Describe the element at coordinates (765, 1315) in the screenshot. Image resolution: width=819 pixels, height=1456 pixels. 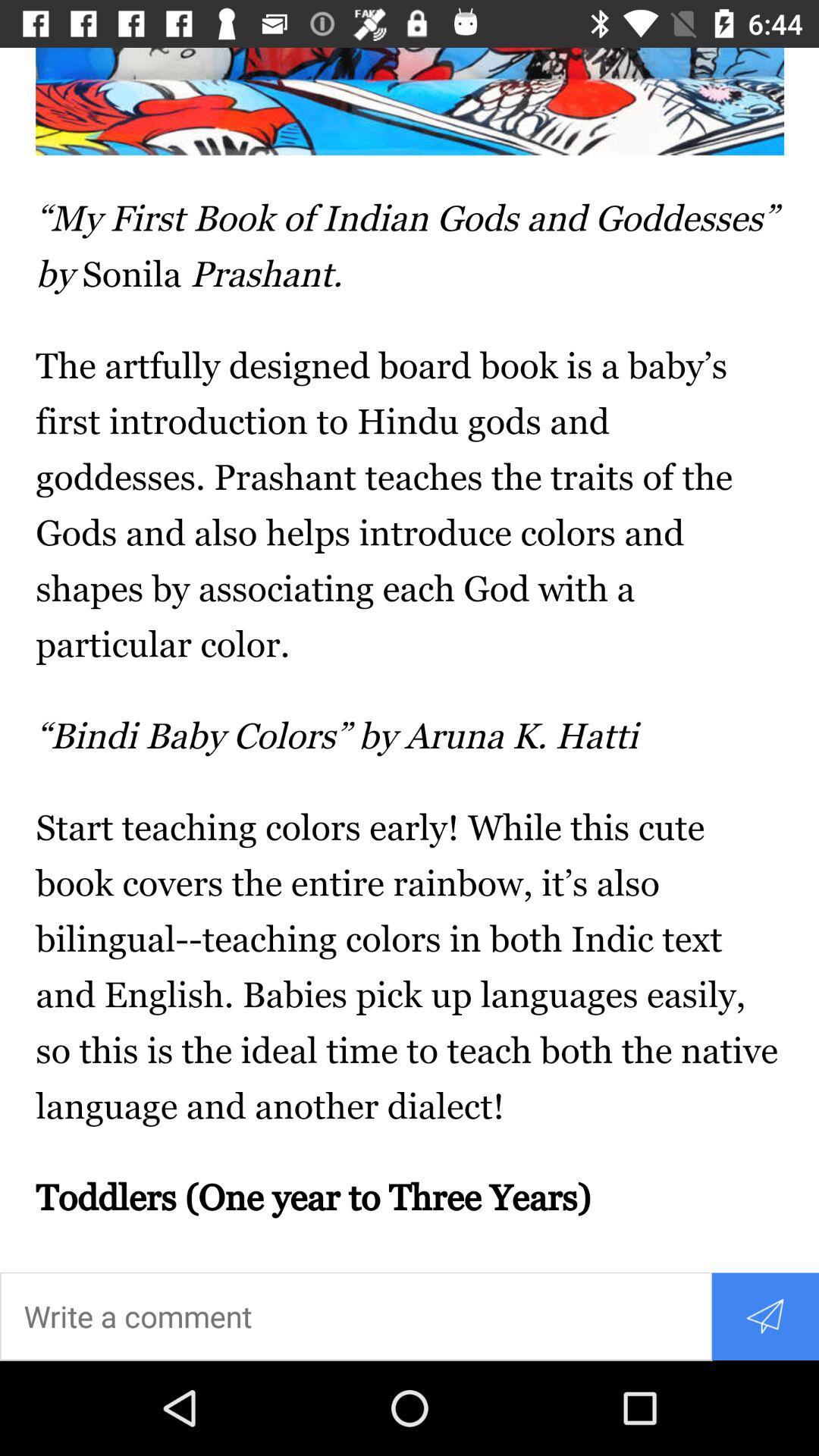
I see `the send icon` at that location.